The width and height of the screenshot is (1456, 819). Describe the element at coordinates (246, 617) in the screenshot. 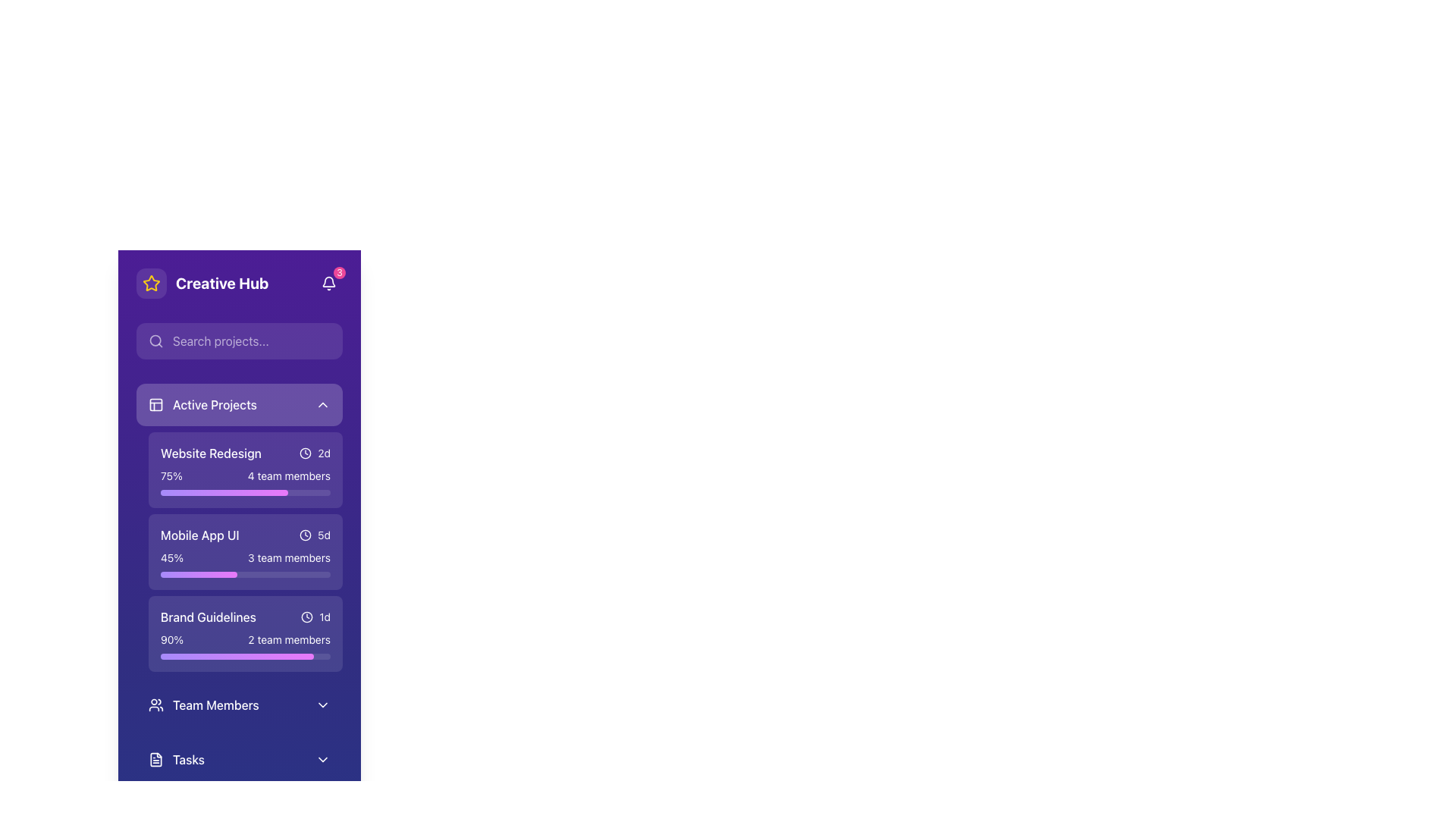

I see `the card associated with the 'Brand Guidelines' project, which contains the text label 'Brand Guidelines' in bold and '1d' in a smaller font with a clock icon, located in the lower section of the card within the Active Projects list` at that location.